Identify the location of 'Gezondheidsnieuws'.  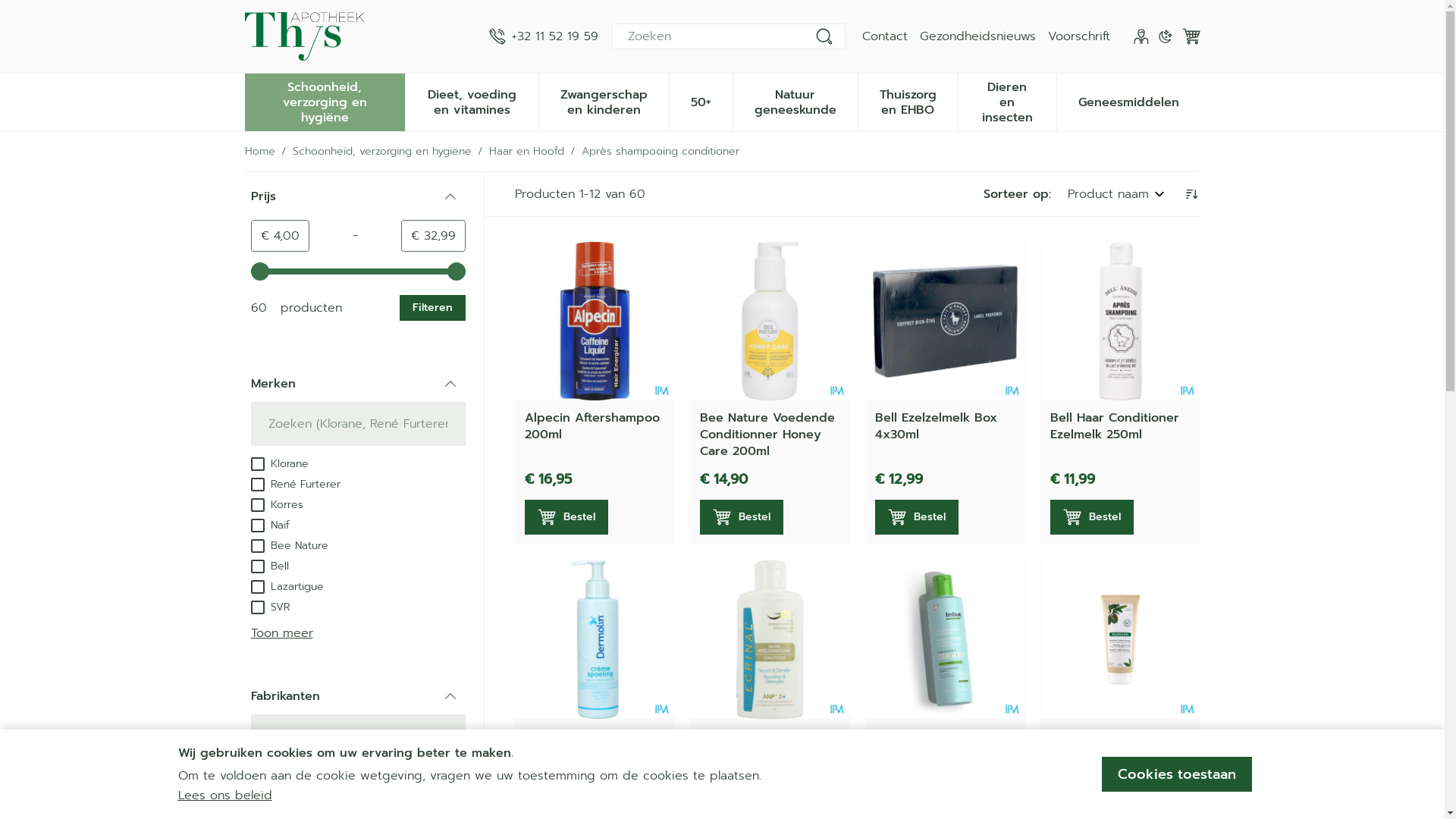
(977, 35).